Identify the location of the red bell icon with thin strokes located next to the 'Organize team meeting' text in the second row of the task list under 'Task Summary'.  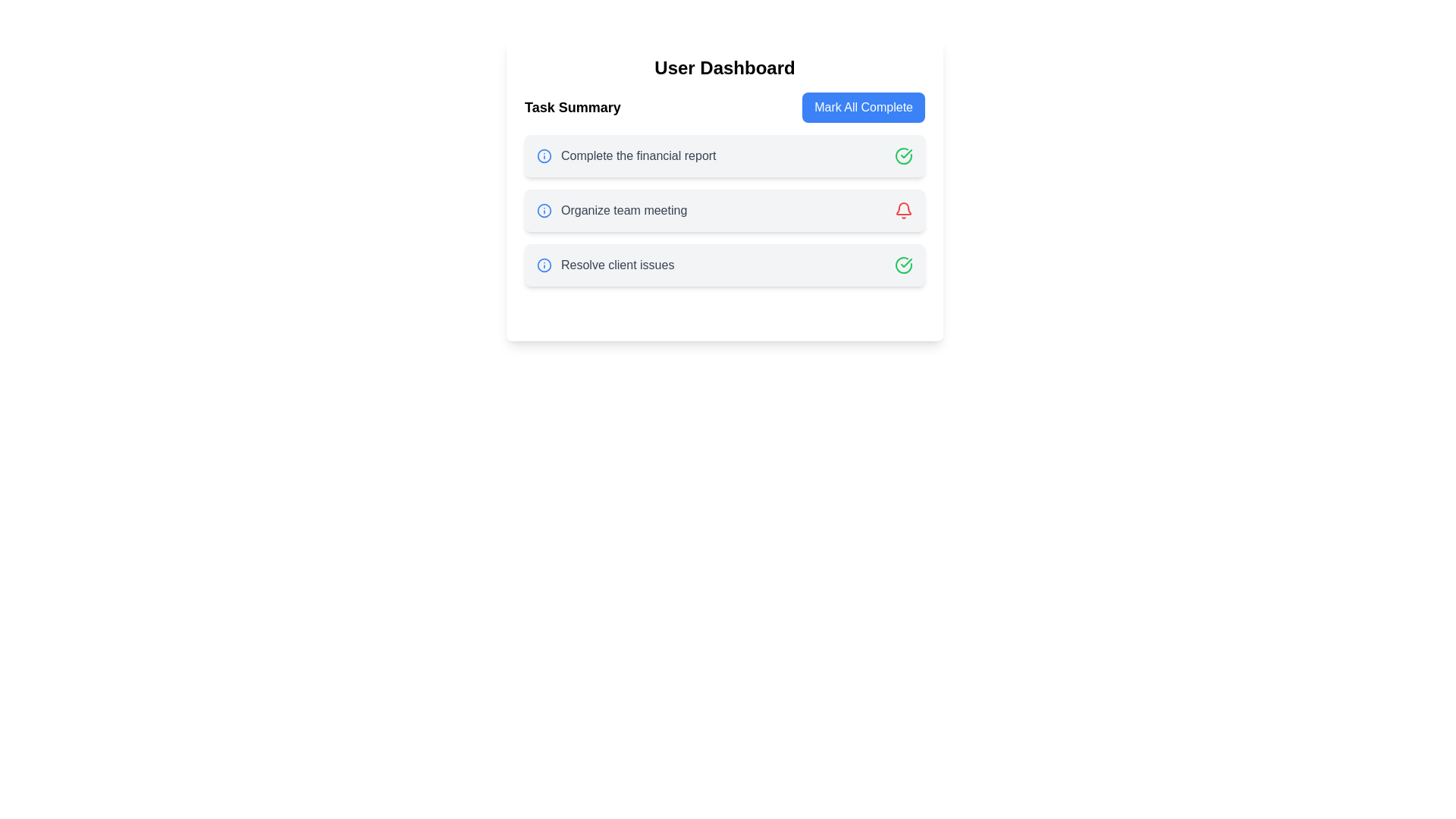
(903, 210).